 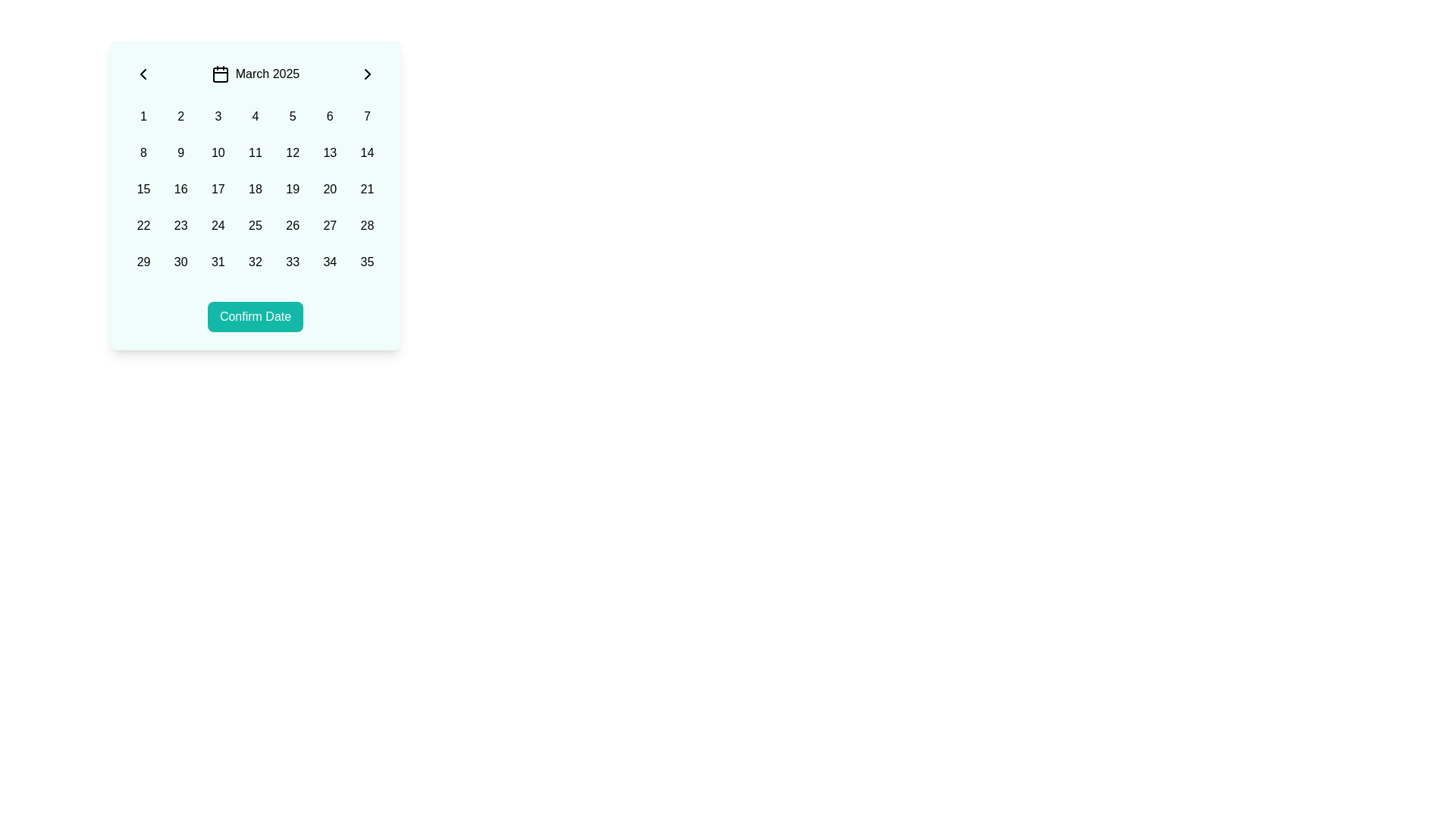 What do you see at coordinates (293, 152) in the screenshot?
I see `the clickable date button representing '12' in the calendar grid located in the second row and fifth column` at bounding box center [293, 152].